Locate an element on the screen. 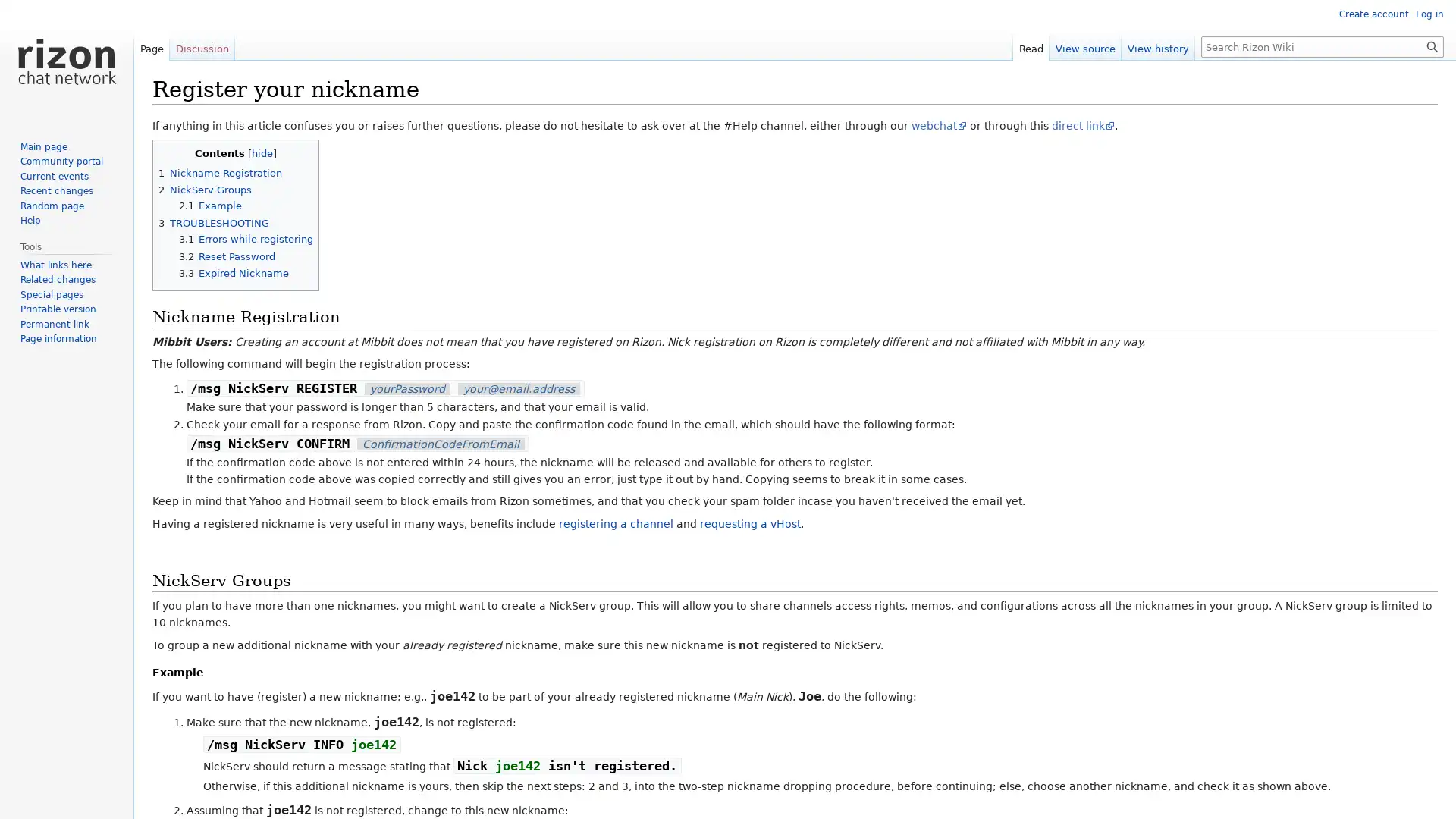 This screenshot has width=1456, height=819. Search is located at coordinates (1432, 45).